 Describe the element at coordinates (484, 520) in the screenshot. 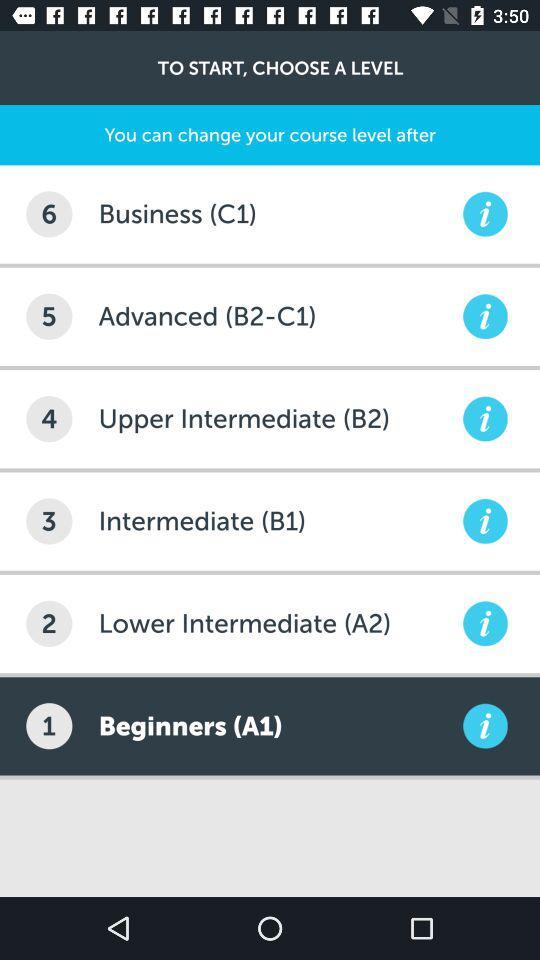

I see `help option` at that location.